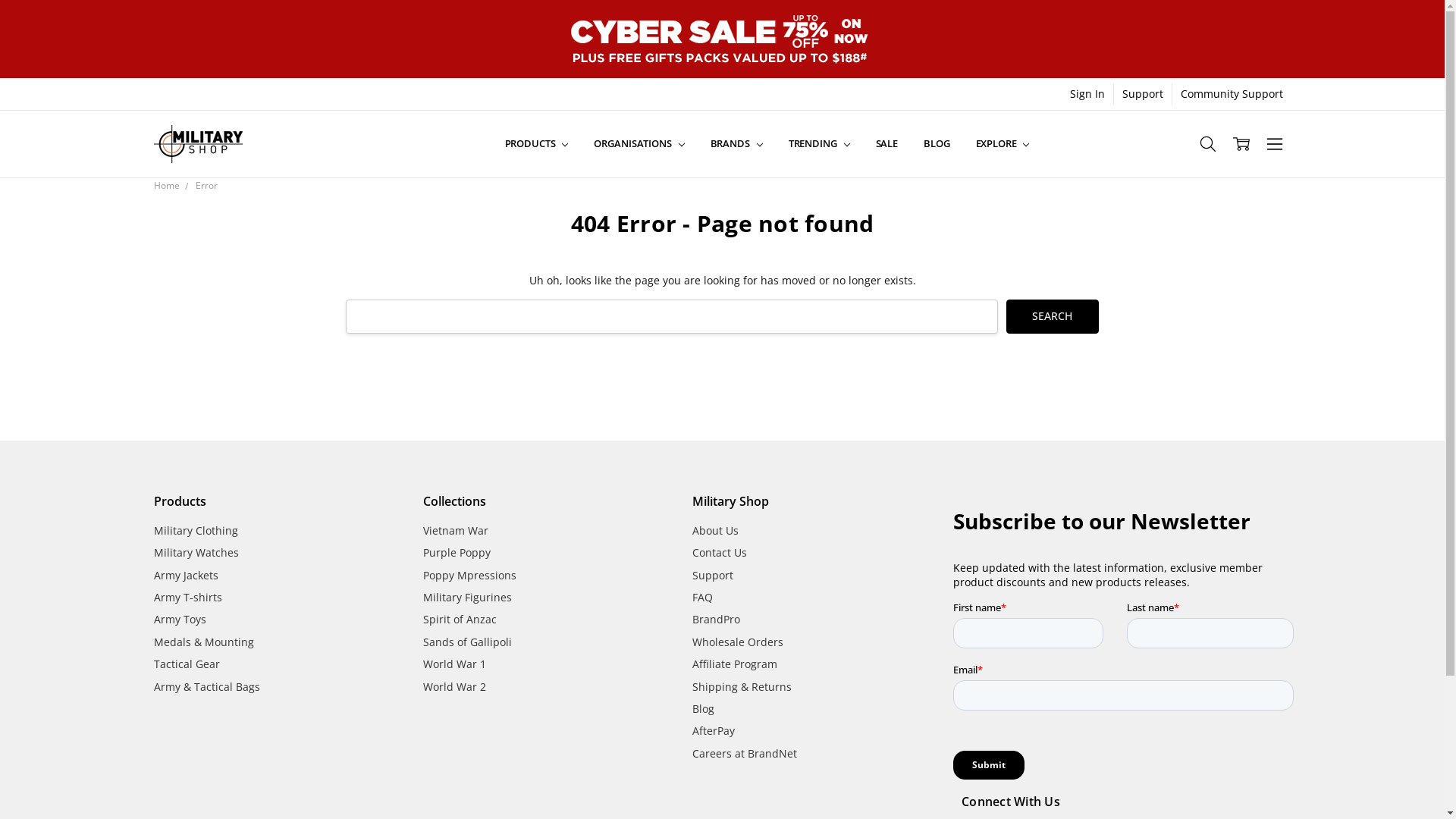 This screenshot has width=1456, height=819. What do you see at coordinates (935, 143) in the screenshot?
I see `'BLOG'` at bounding box center [935, 143].